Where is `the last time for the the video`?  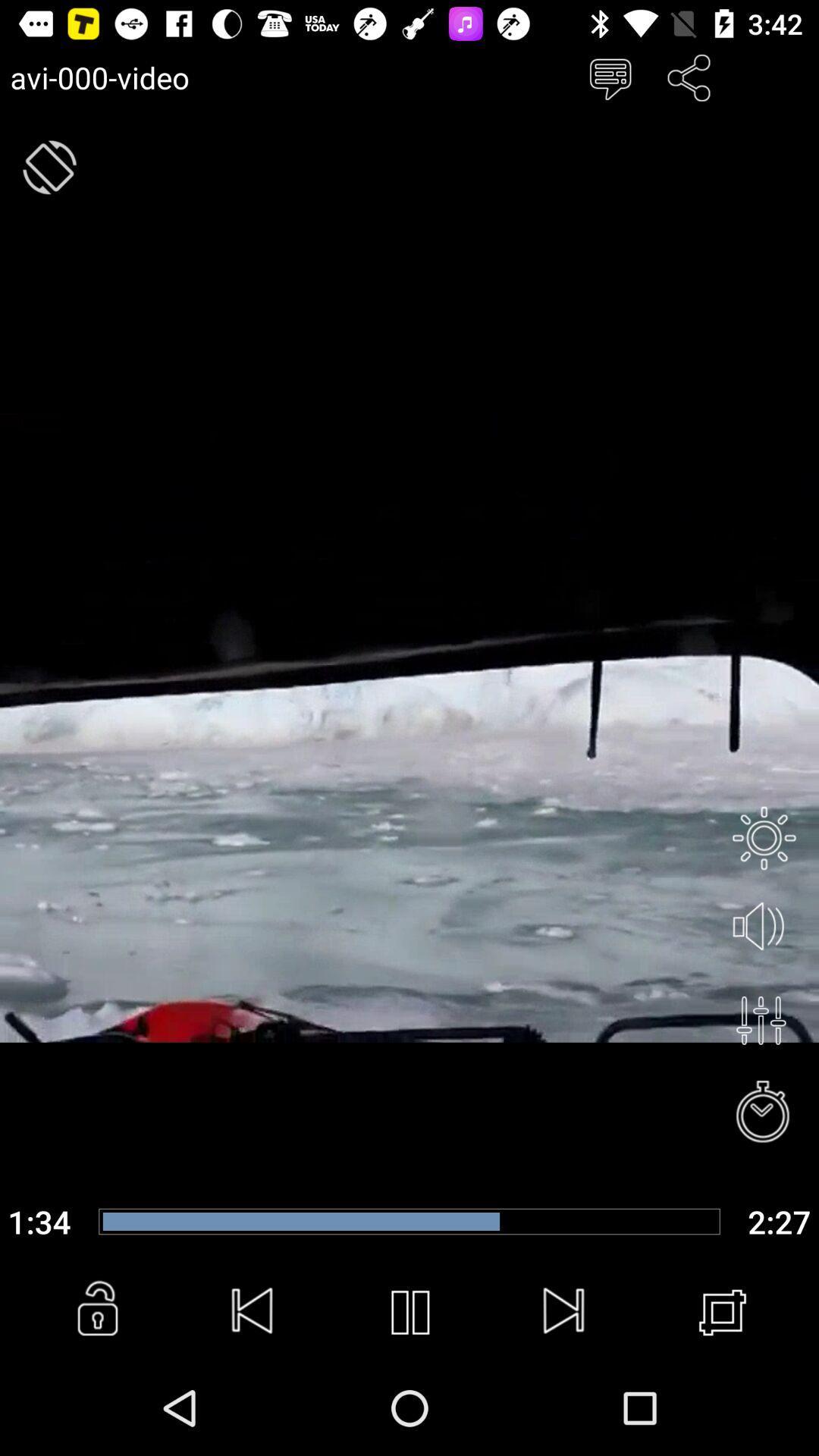 the last time for the the video is located at coordinates (780, 1222).